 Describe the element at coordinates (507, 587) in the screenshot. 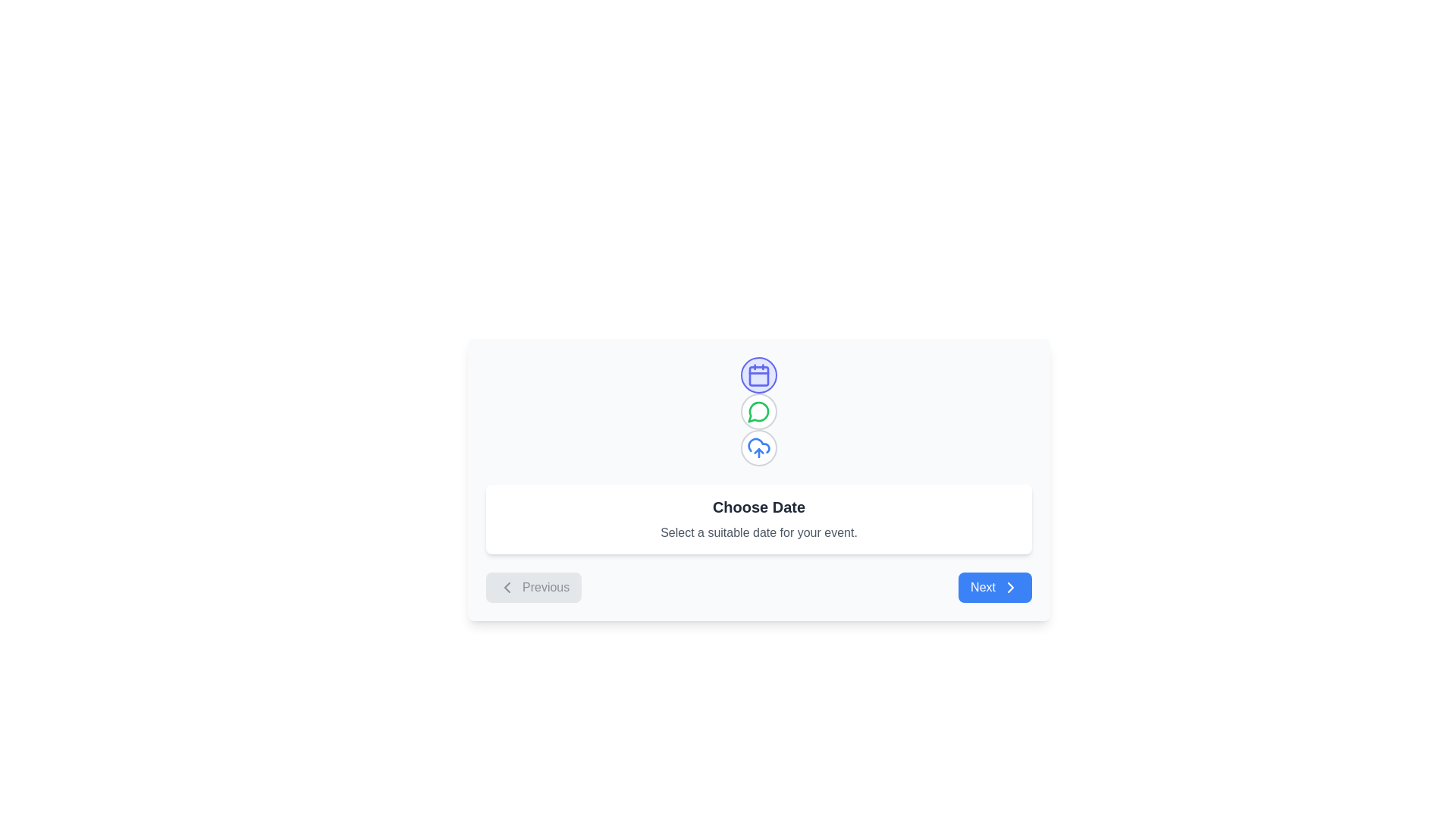

I see `the chevron icon located at the leftmost position within the 'Previous' button, which serves as a visual indicator for navigating to the previous step or page` at that location.